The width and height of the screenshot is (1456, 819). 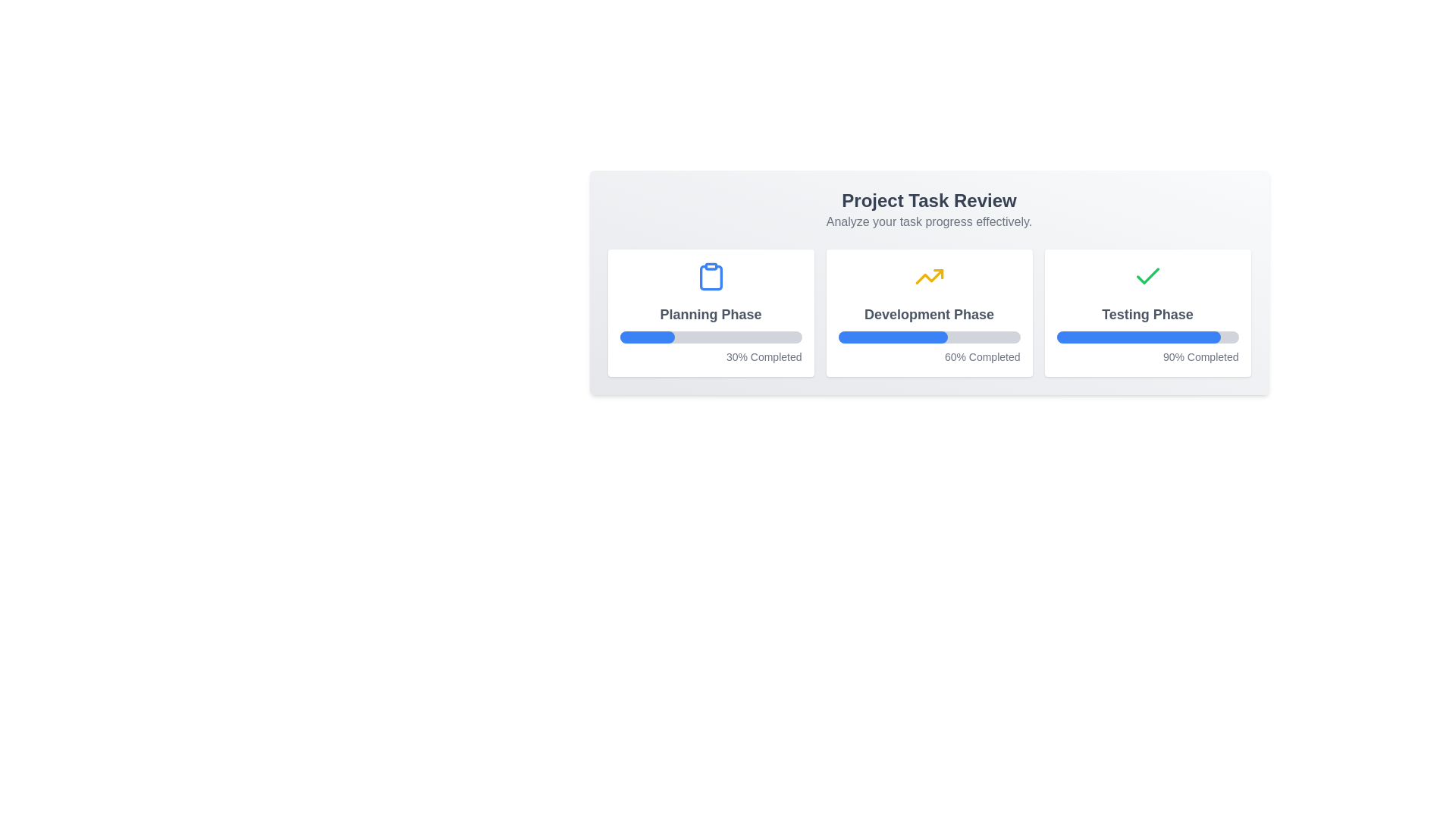 What do you see at coordinates (1147, 276) in the screenshot?
I see `the checkmark icon indicating the completion of the 'Testing Phase' task, which is located at the top-right of the 'Testing Phase' card, above the blue progress bar` at bounding box center [1147, 276].